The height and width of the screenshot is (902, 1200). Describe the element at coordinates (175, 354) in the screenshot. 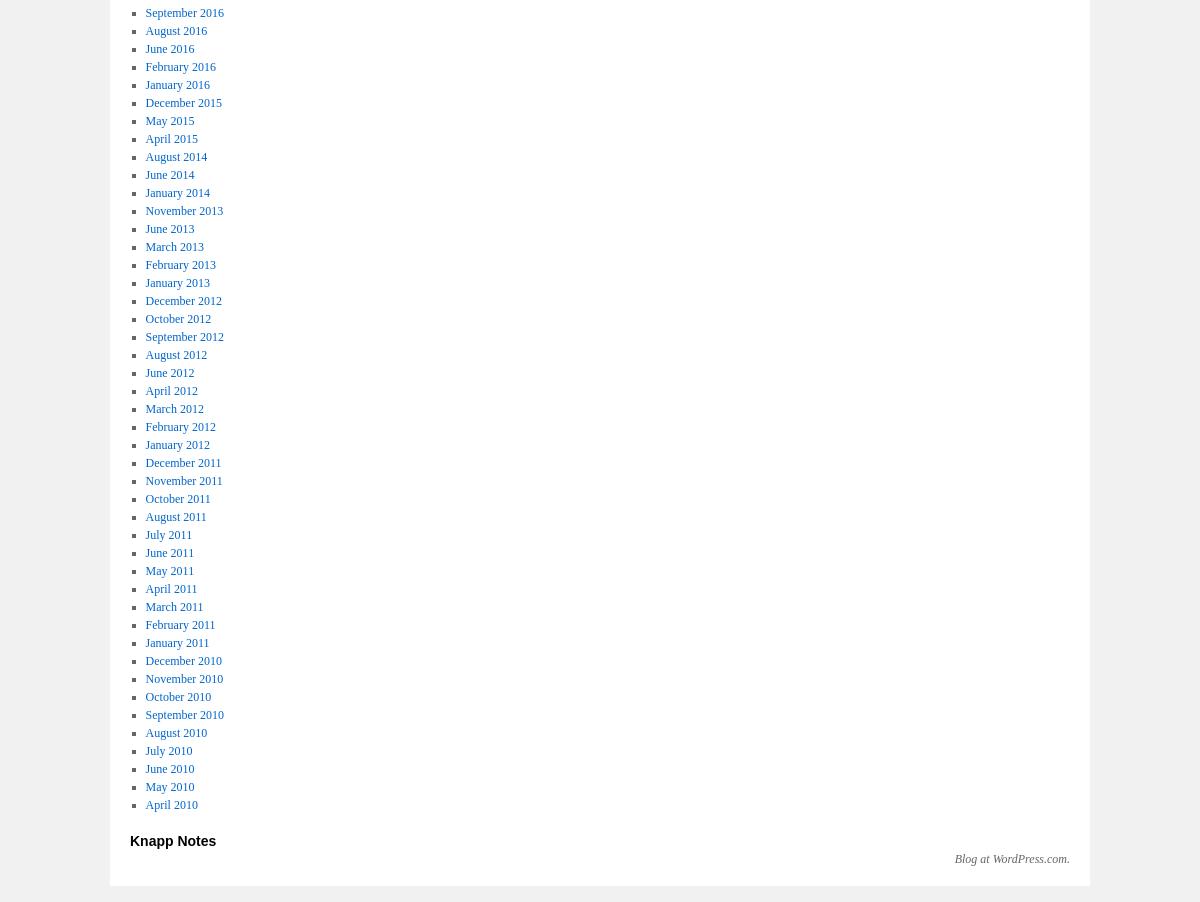

I see `'August 2012'` at that location.